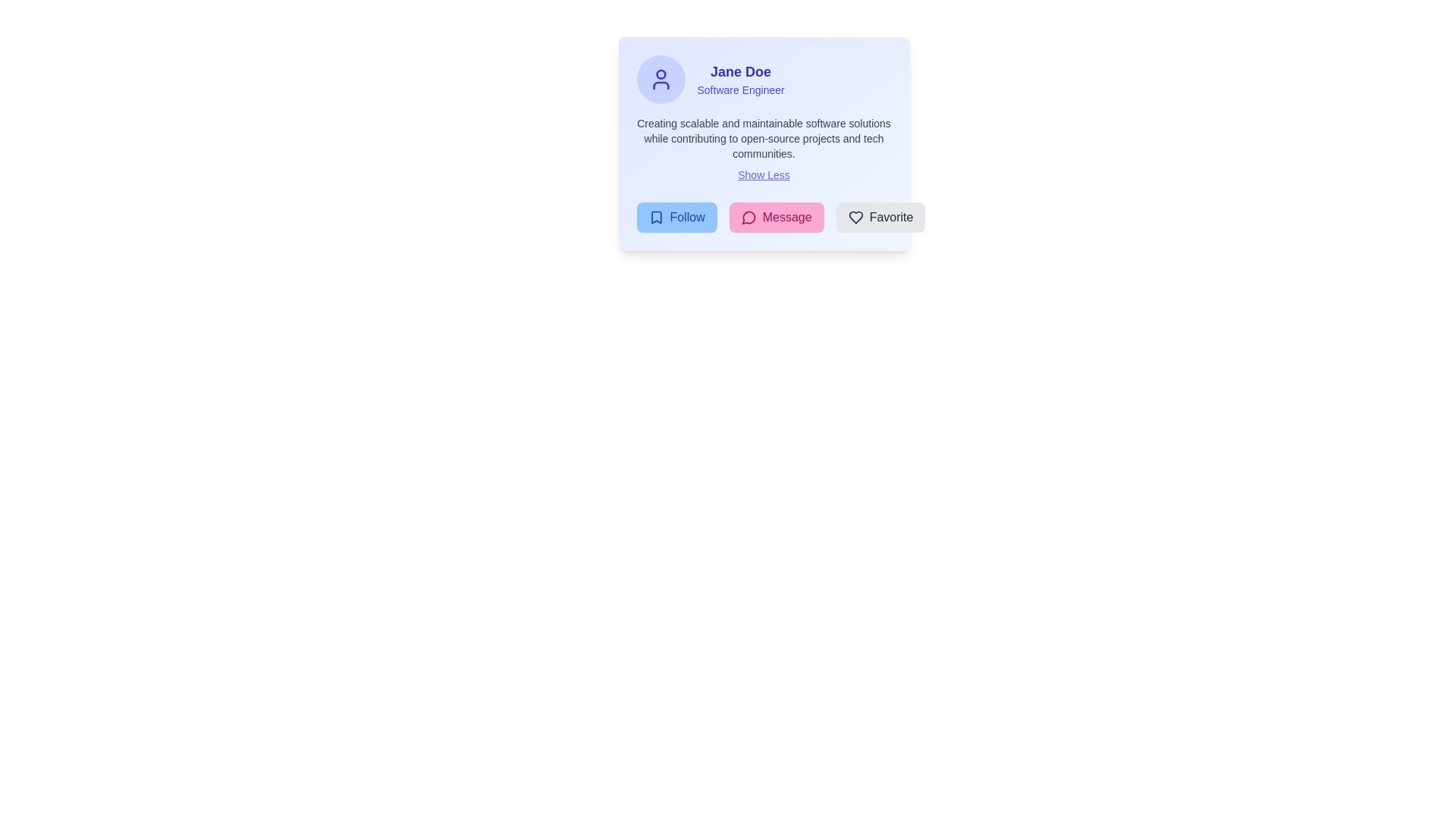  I want to click on the circular user icon with a light indigo background, located on the left side of the profile section displaying 'Jane Doe' and 'Software Engineer', so click(661, 79).